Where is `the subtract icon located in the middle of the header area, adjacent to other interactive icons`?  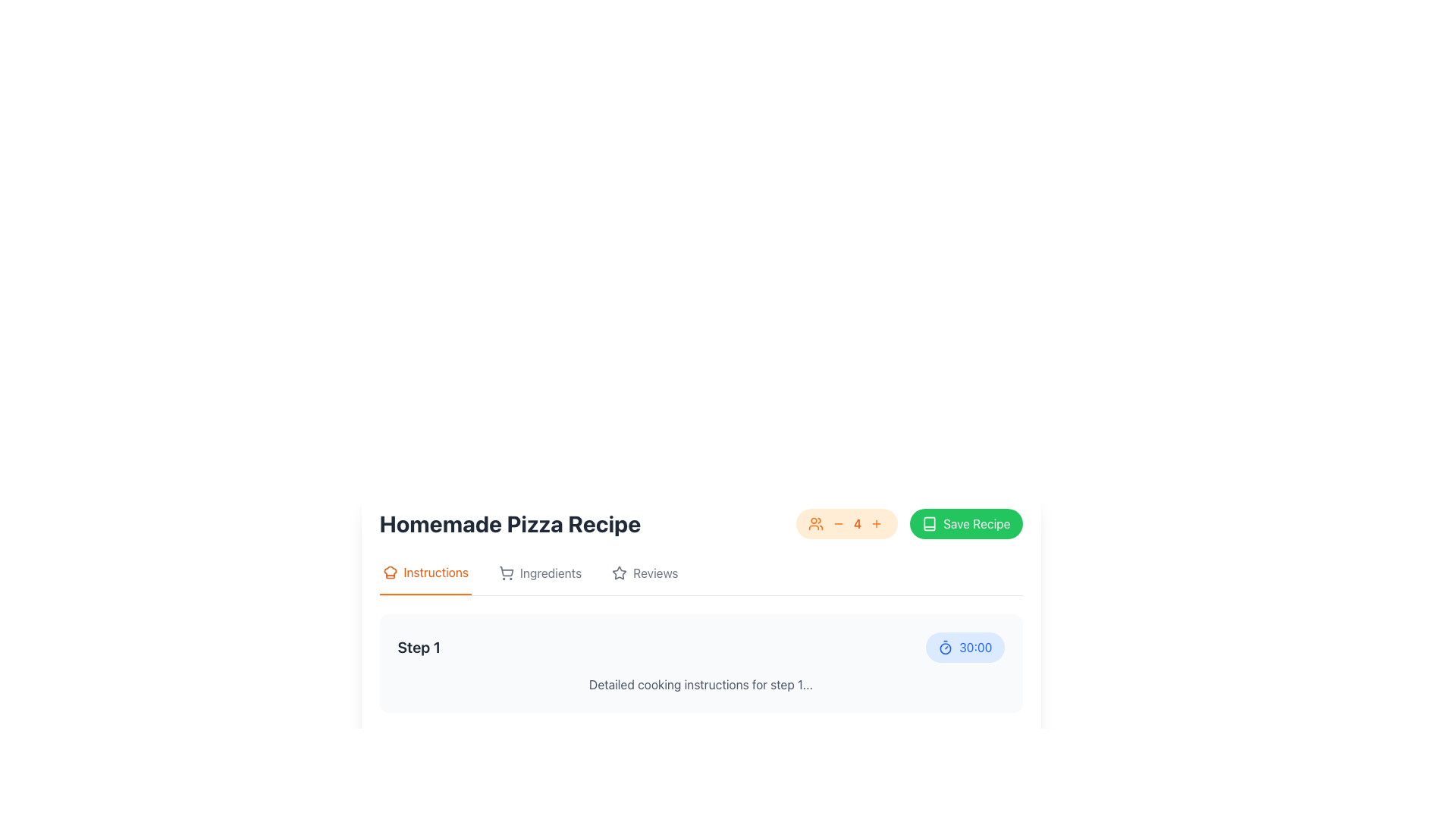 the subtract icon located in the middle of the header area, adjacent to other interactive icons is located at coordinates (837, 522).